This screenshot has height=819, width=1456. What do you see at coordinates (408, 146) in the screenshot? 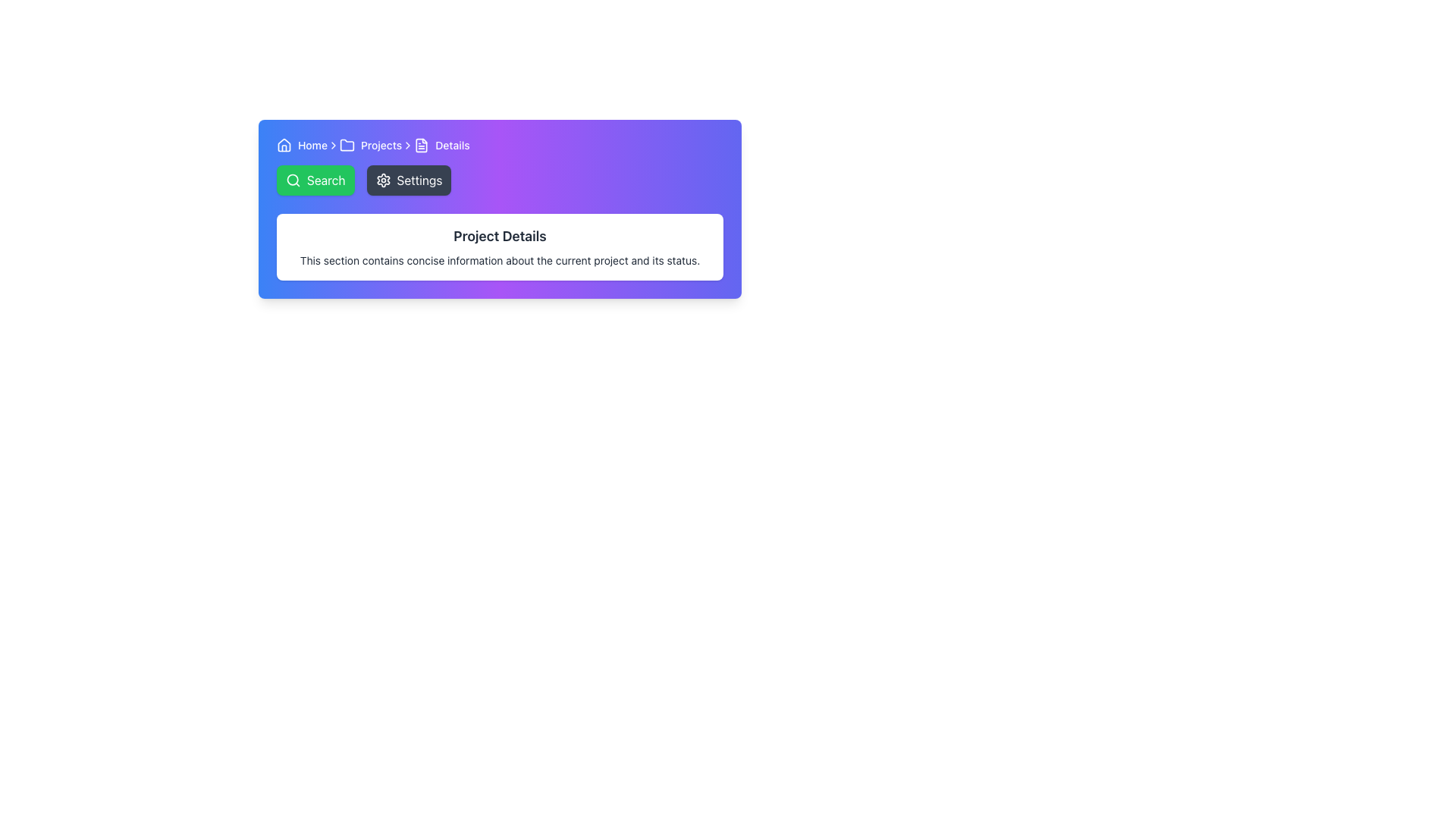
I see `the right-pointing chevron icon in the breadcrumb navigation located between 'Projects' and 'Details' to interact with it` at bounding box center [408, 146].